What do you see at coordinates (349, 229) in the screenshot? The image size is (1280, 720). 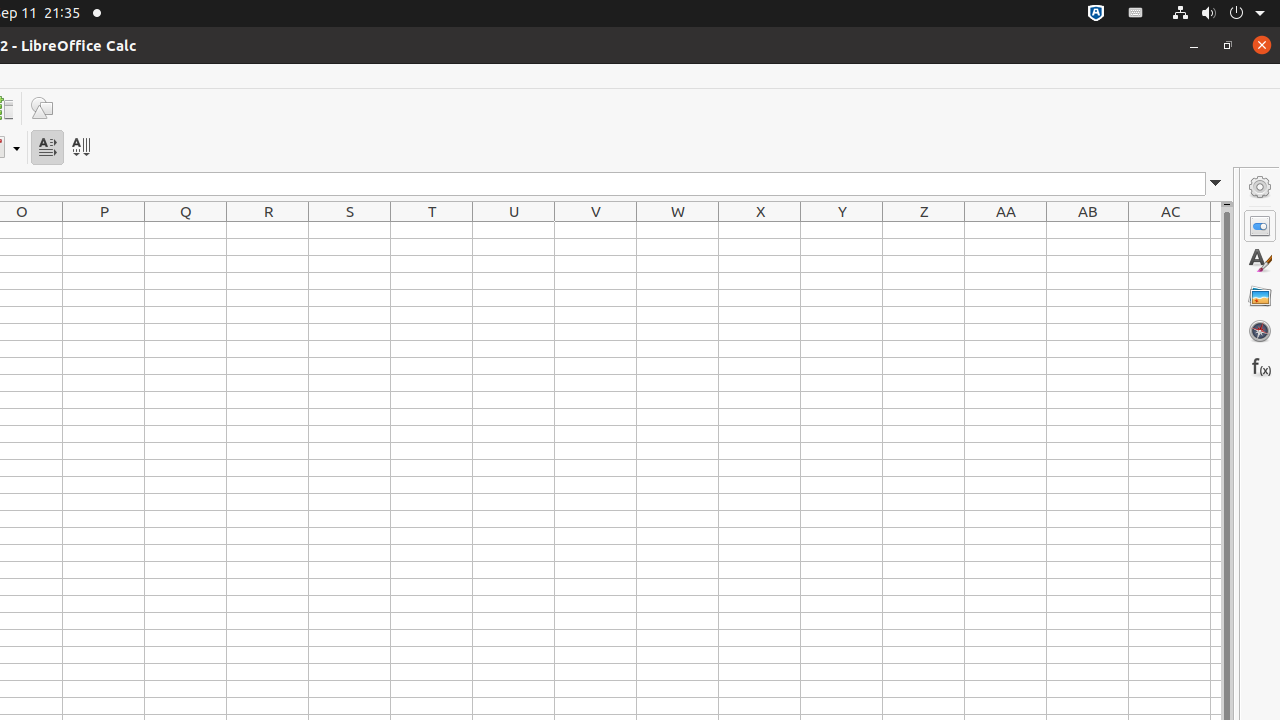 I see `'S1'` at bounding box center [349, 229].